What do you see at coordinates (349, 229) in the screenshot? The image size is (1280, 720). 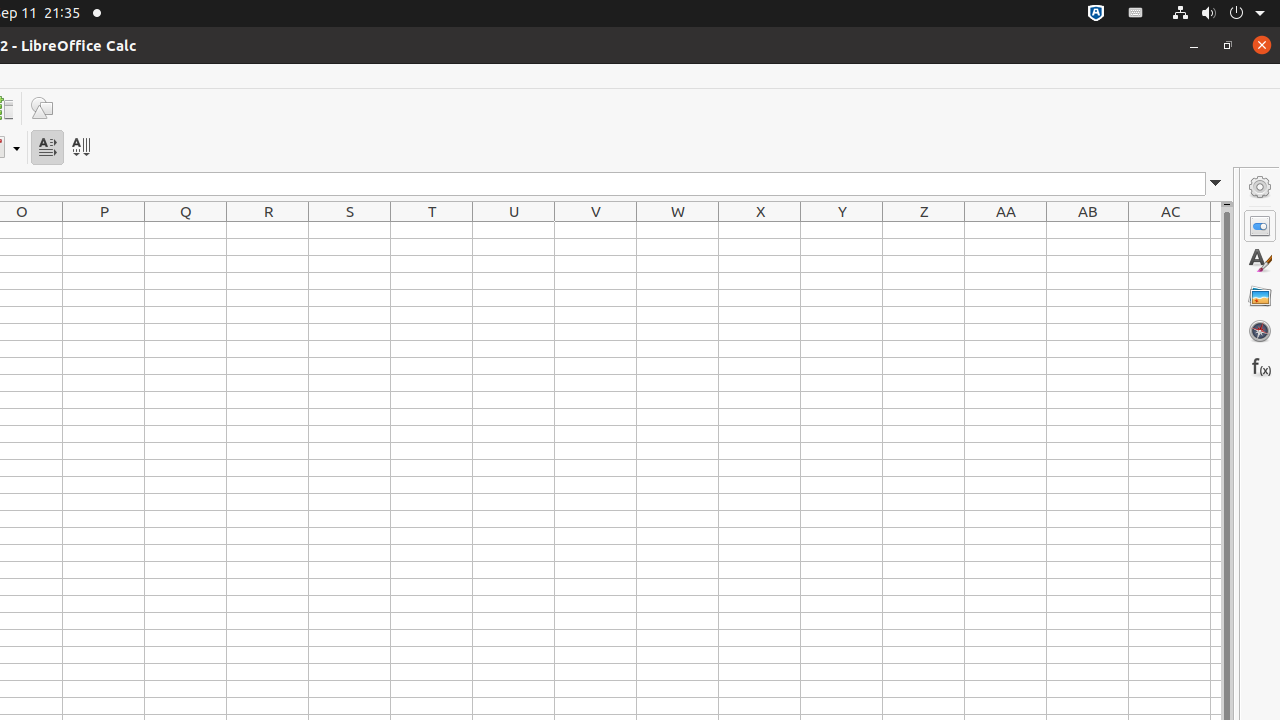 I see `'S1'` at bounding box center [349, 229].